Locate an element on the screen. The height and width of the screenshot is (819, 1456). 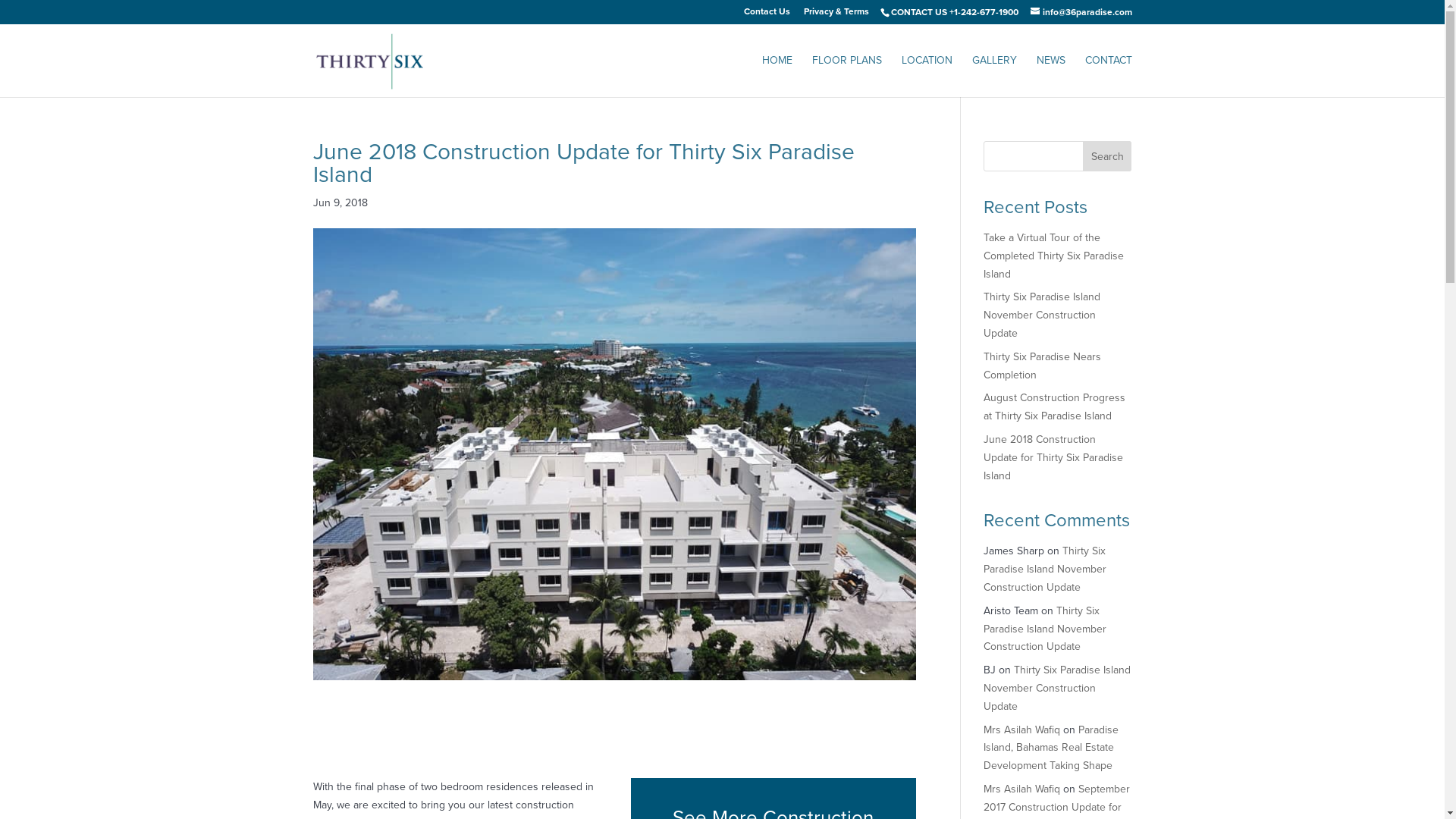
'Mrs Asilah Wafiq' is located at coordinates (1021, 788).